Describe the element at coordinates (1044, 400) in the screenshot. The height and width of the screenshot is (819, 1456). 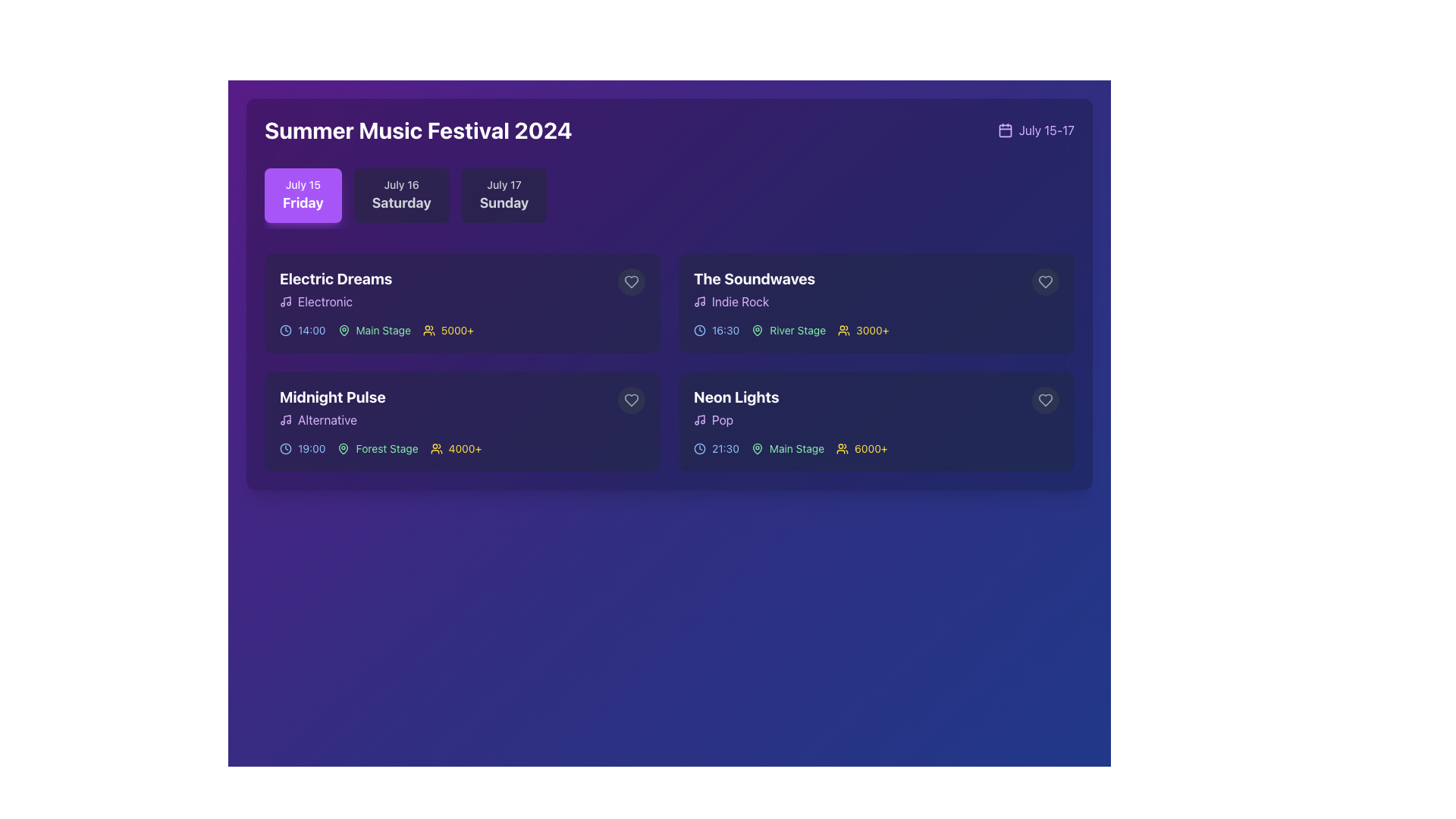
I see `the heart-shaped 'favorite' button in the bottom-right card for the event 'Neon Lights'` at that location.